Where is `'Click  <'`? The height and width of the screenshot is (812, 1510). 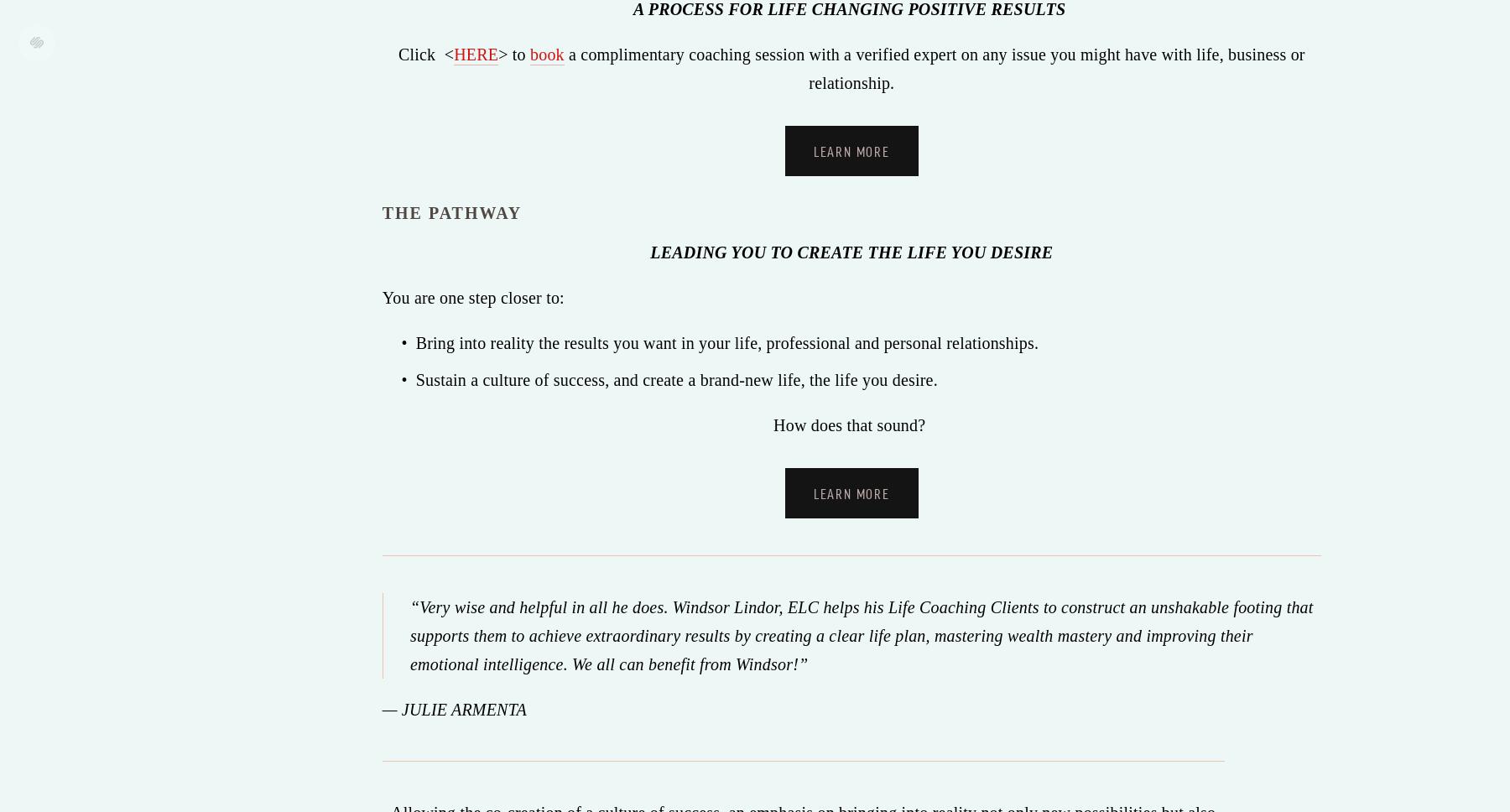
'Click  <' is located at coordinates (424, 52).